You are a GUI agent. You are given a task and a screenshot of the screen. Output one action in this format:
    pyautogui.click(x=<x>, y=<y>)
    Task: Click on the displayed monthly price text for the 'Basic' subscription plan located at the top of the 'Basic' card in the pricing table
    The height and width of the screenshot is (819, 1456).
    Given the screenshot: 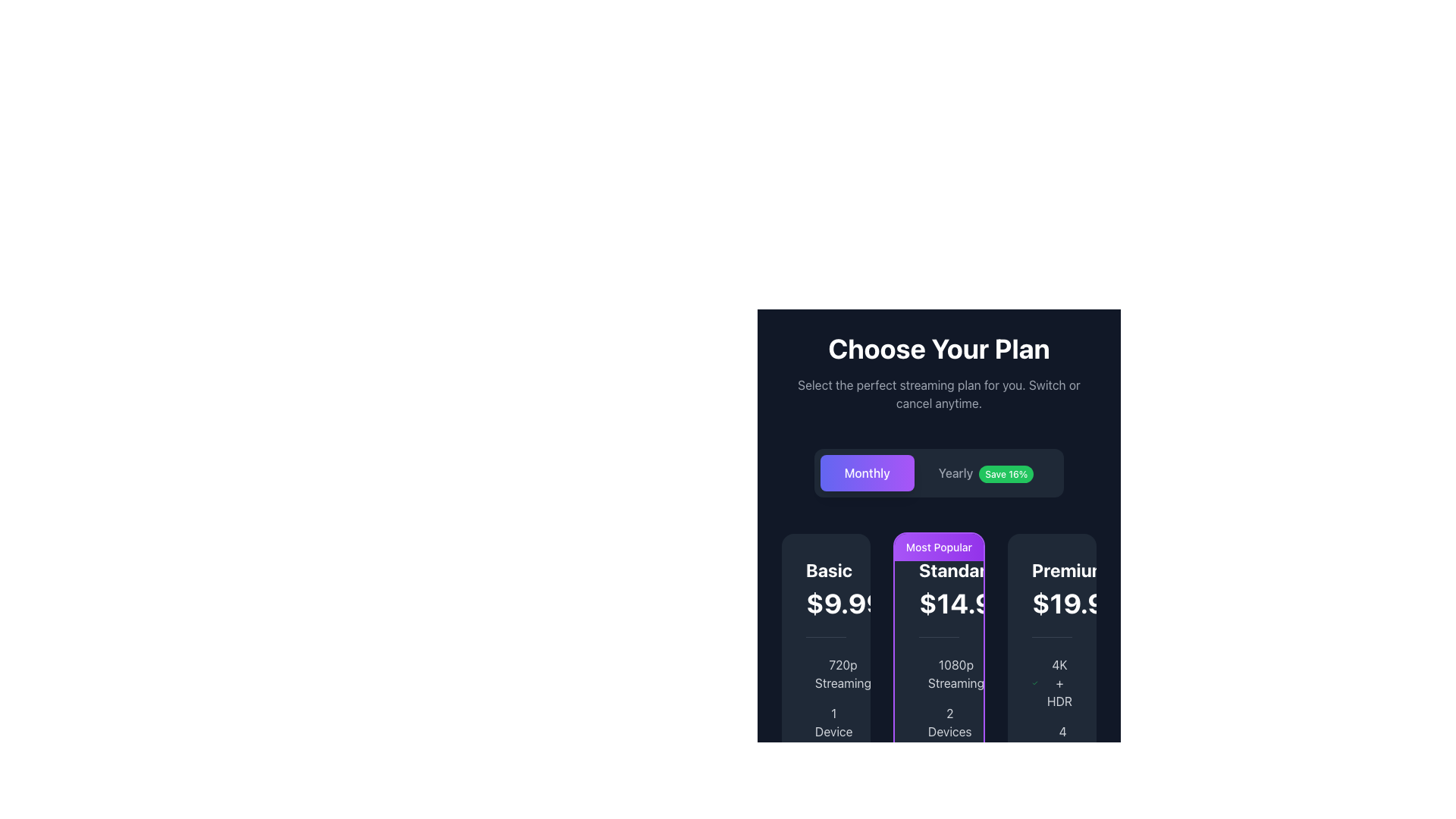 What is the action you would take?
    pyautogui.click(x=844, y=602)
    